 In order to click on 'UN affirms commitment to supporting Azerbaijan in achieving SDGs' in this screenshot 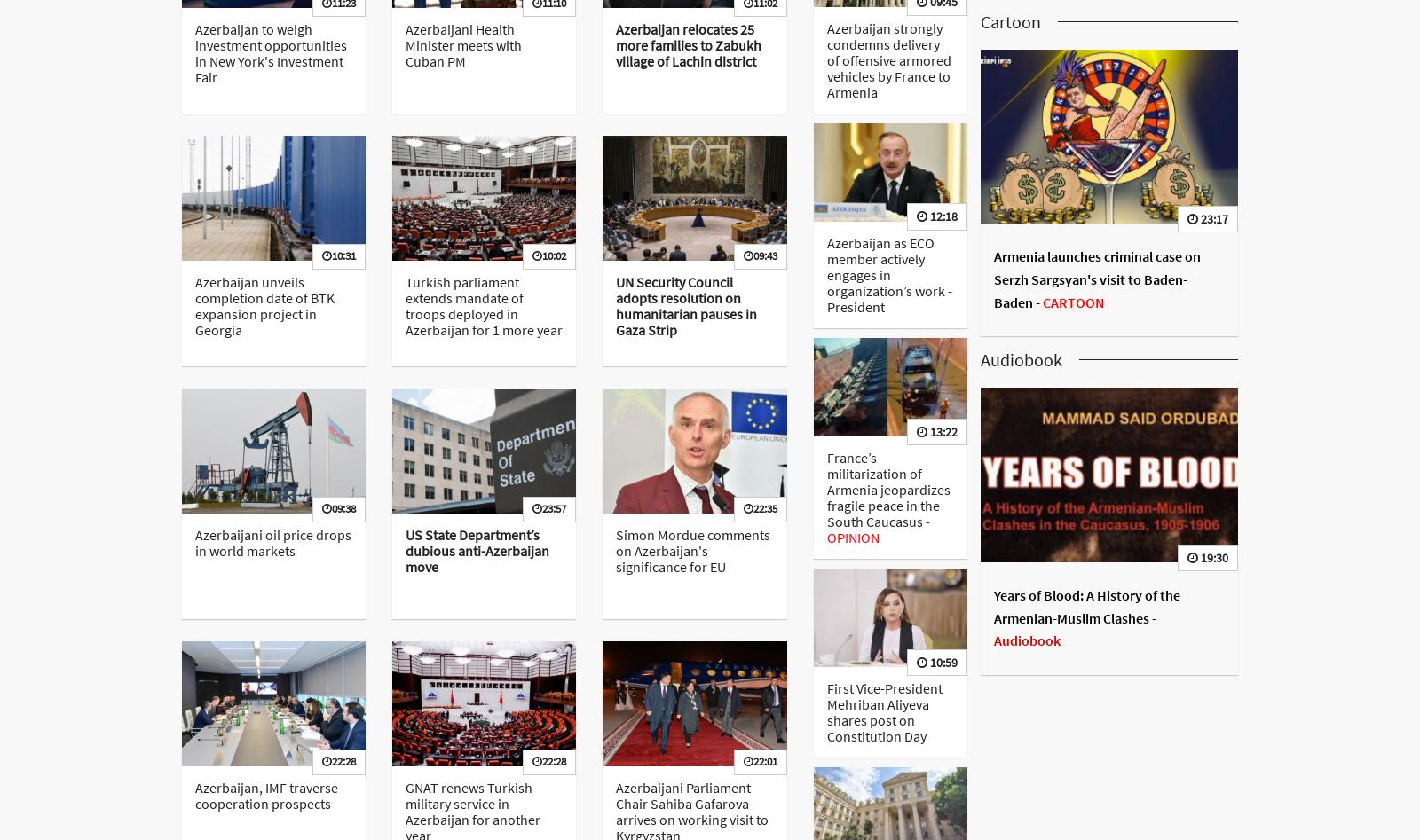, I will do `click(1103, 381)`.